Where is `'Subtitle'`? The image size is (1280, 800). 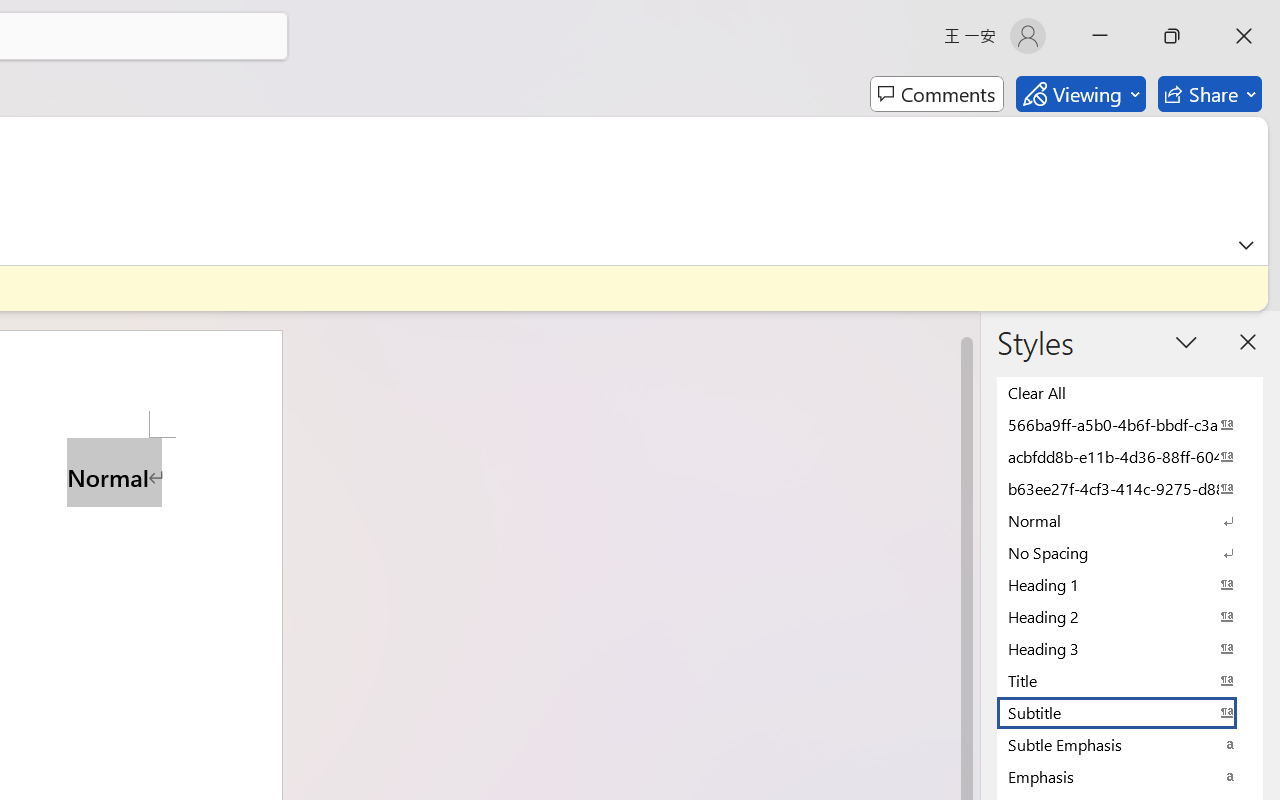
'Subtitle' is located at coordinates (1130, 711).